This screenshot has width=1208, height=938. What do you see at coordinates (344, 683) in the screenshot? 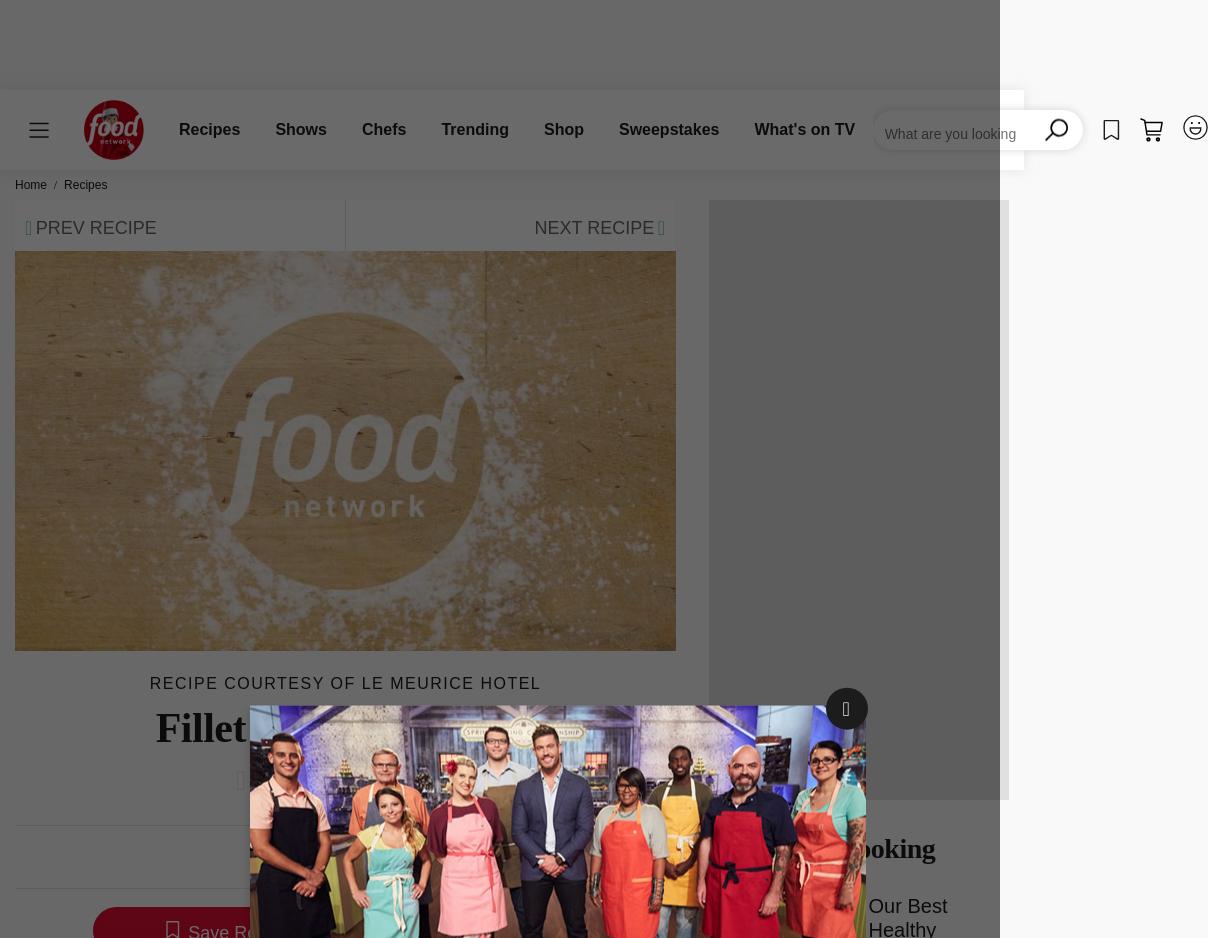
I see `'Recipe courtesy of Le Meurice Hotel'` at bounding box center [344, 683].